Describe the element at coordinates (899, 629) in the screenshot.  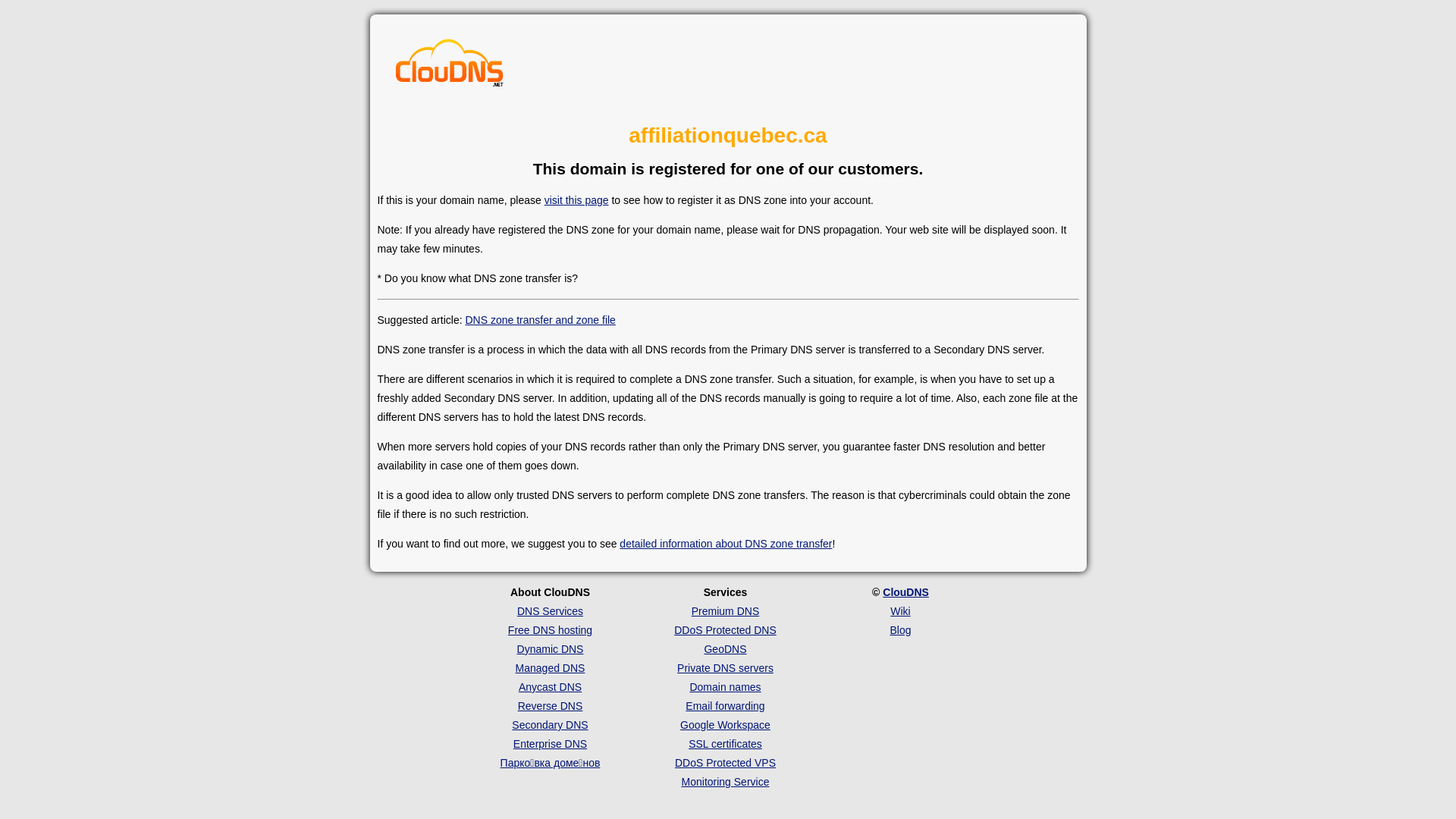
I see `'Blog'` at that location.